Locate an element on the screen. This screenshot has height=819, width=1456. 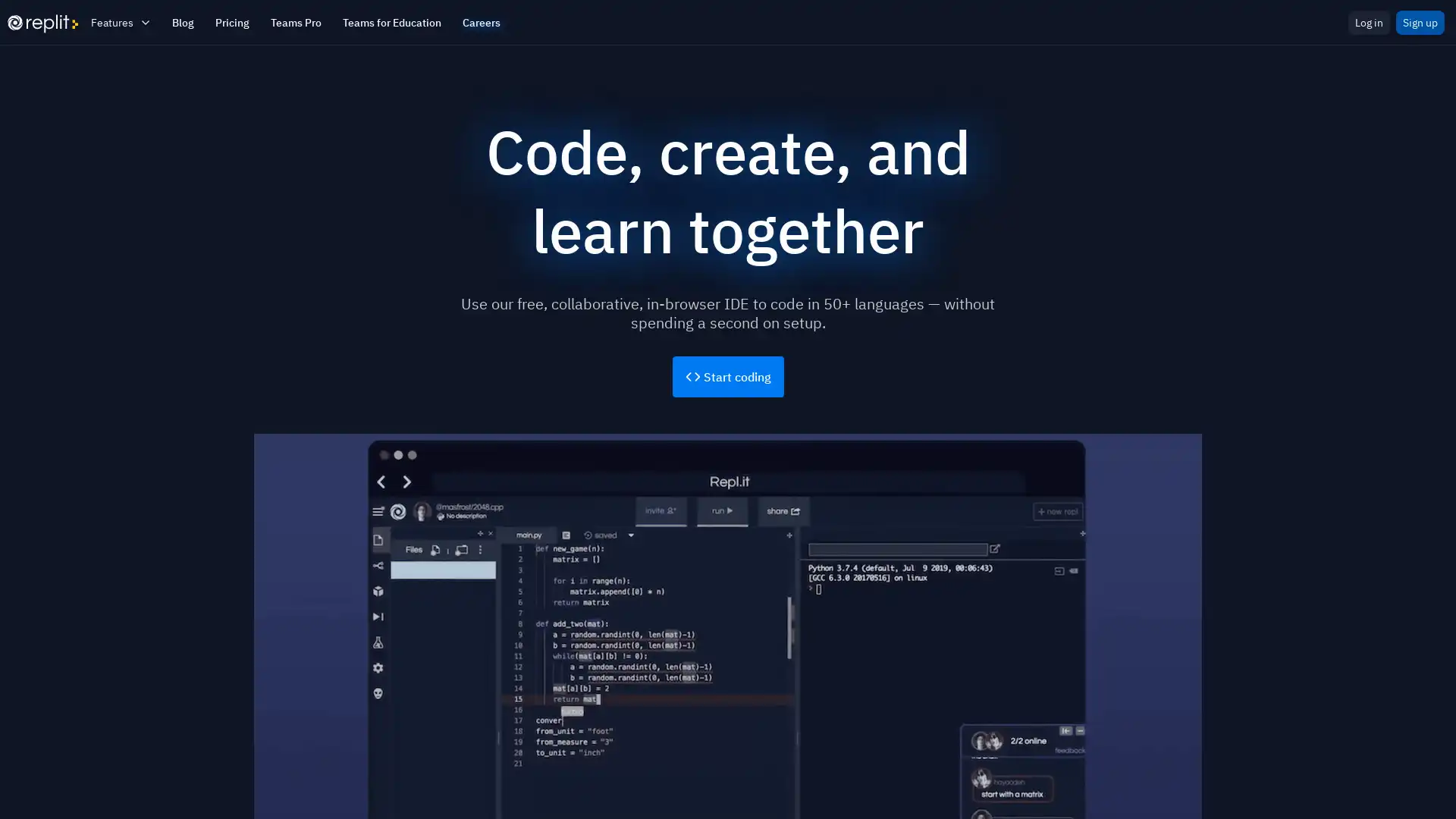
Features is located at coordinates (120, 23).